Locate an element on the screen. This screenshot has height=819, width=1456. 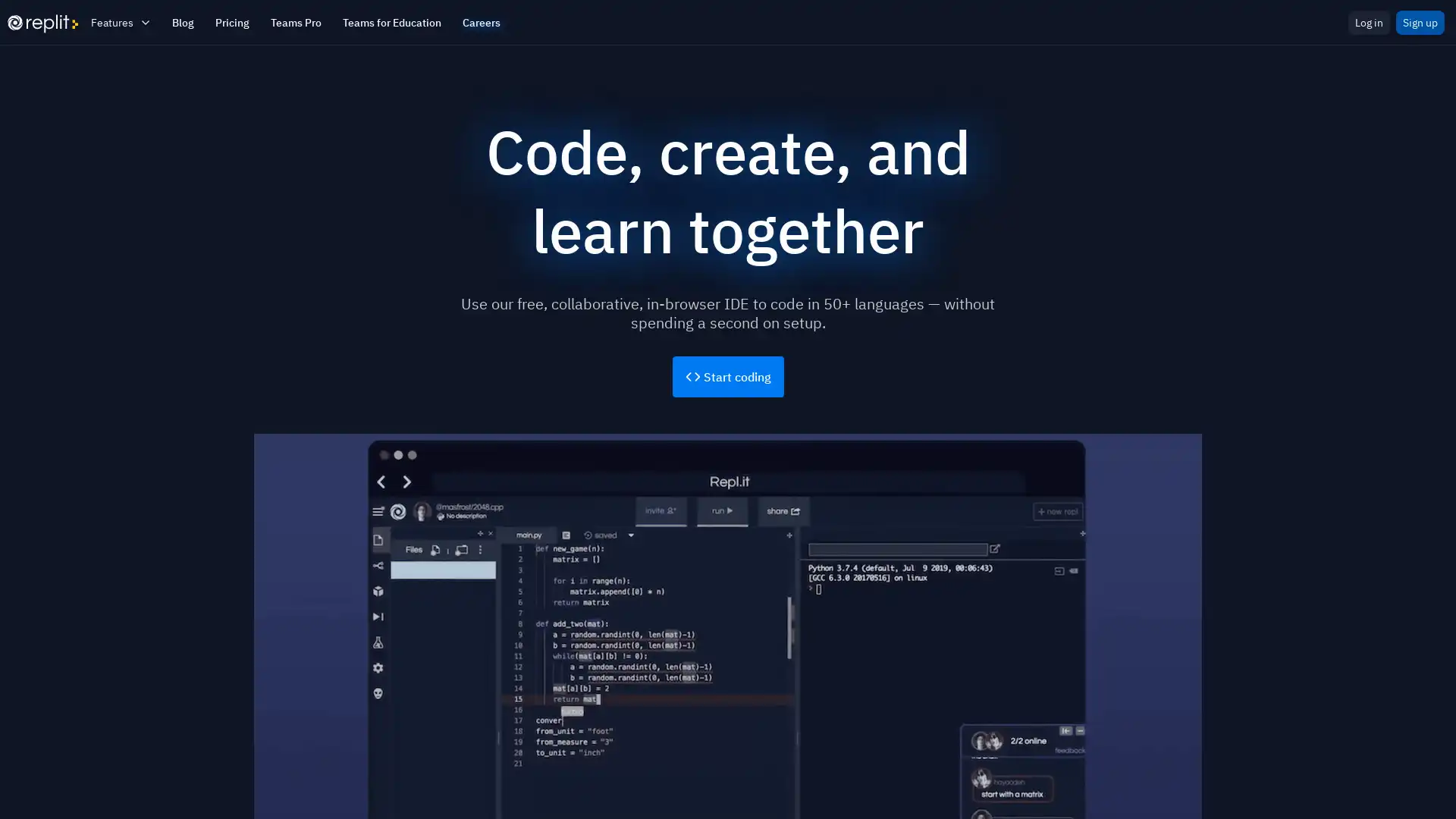
Features is located at coordinates (120, 23).